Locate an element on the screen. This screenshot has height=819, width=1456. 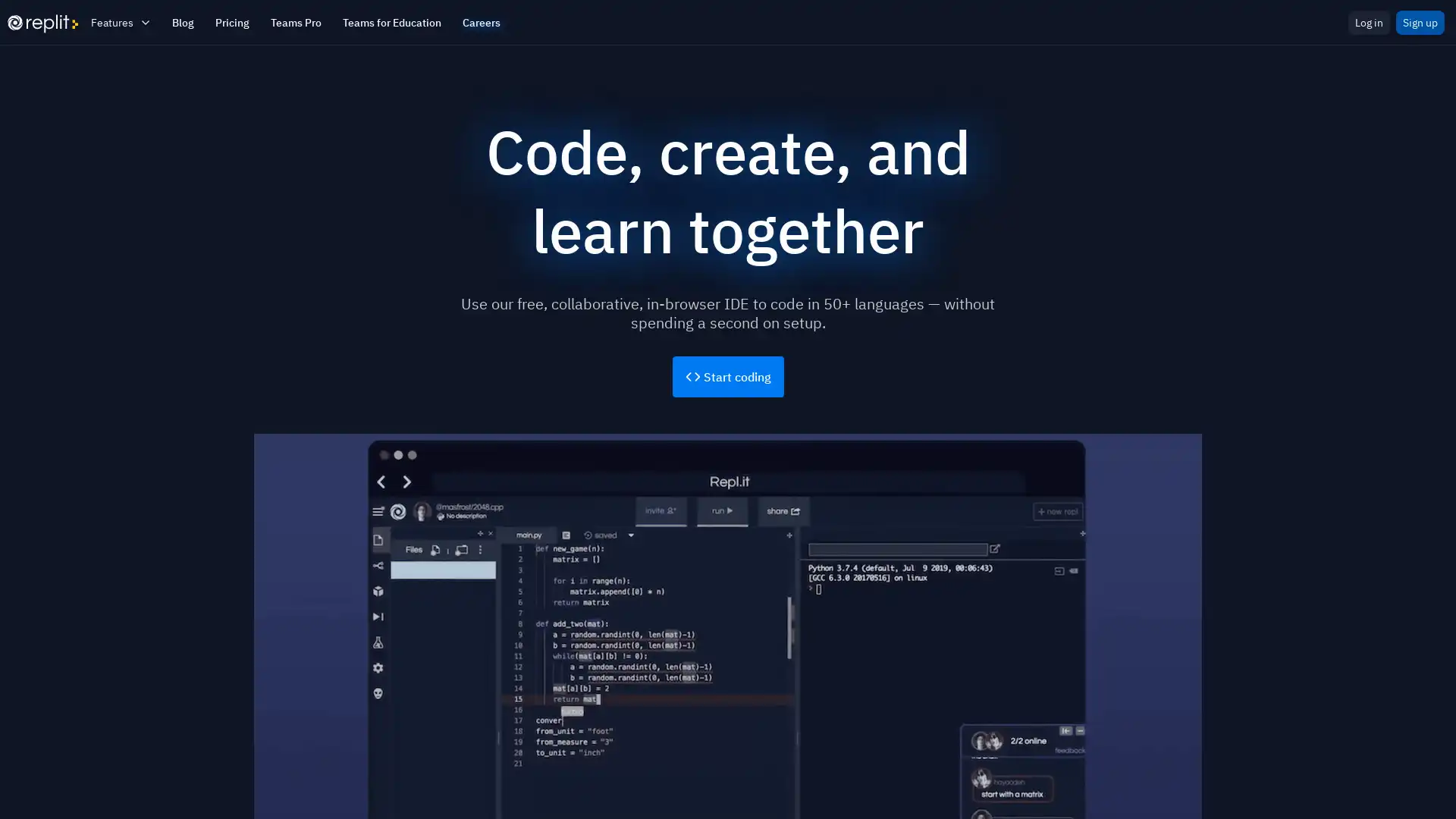
Features is located at coordinates (120, 23).